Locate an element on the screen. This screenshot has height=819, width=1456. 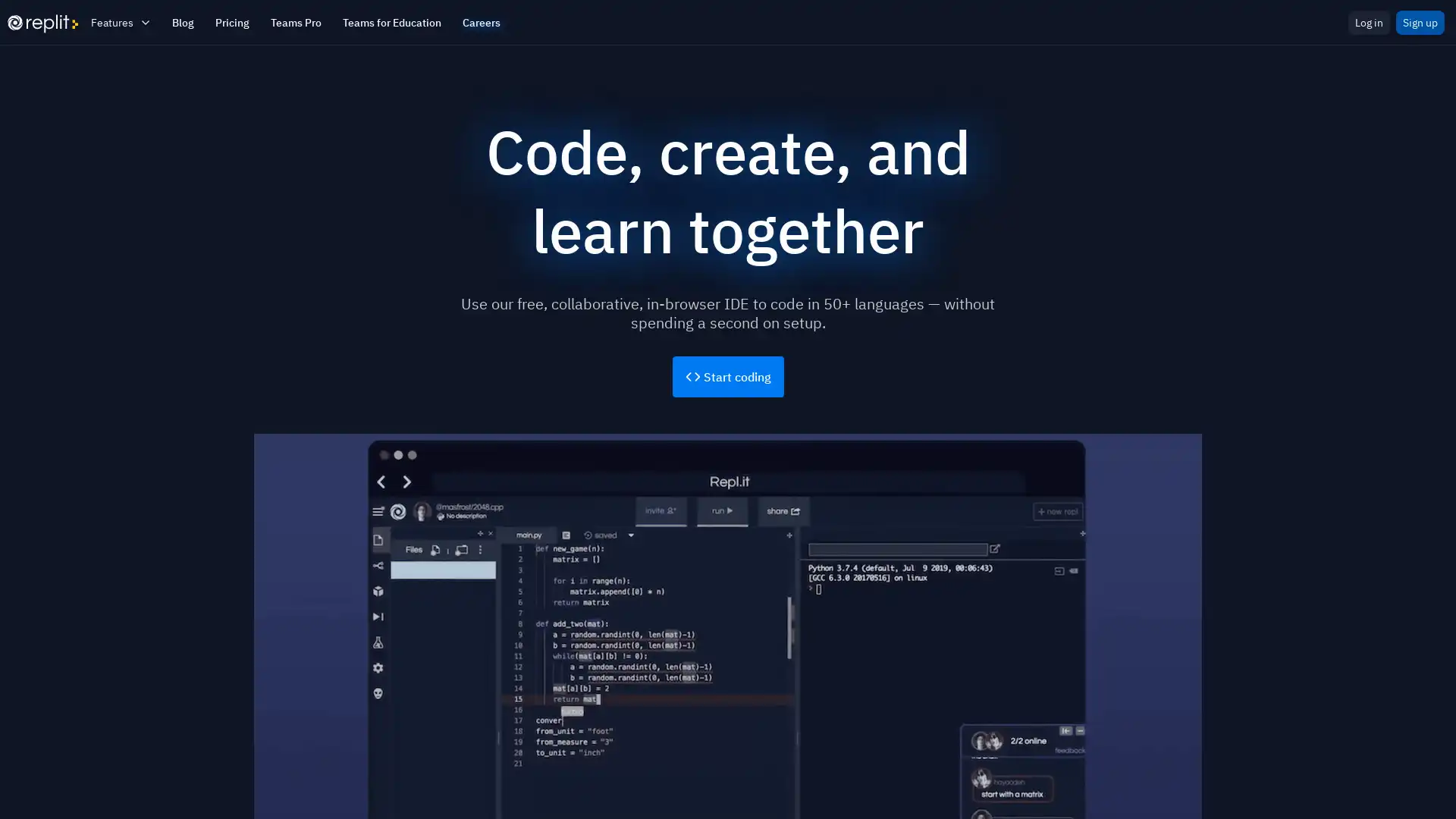
Features is located at coordinates (120, 23).